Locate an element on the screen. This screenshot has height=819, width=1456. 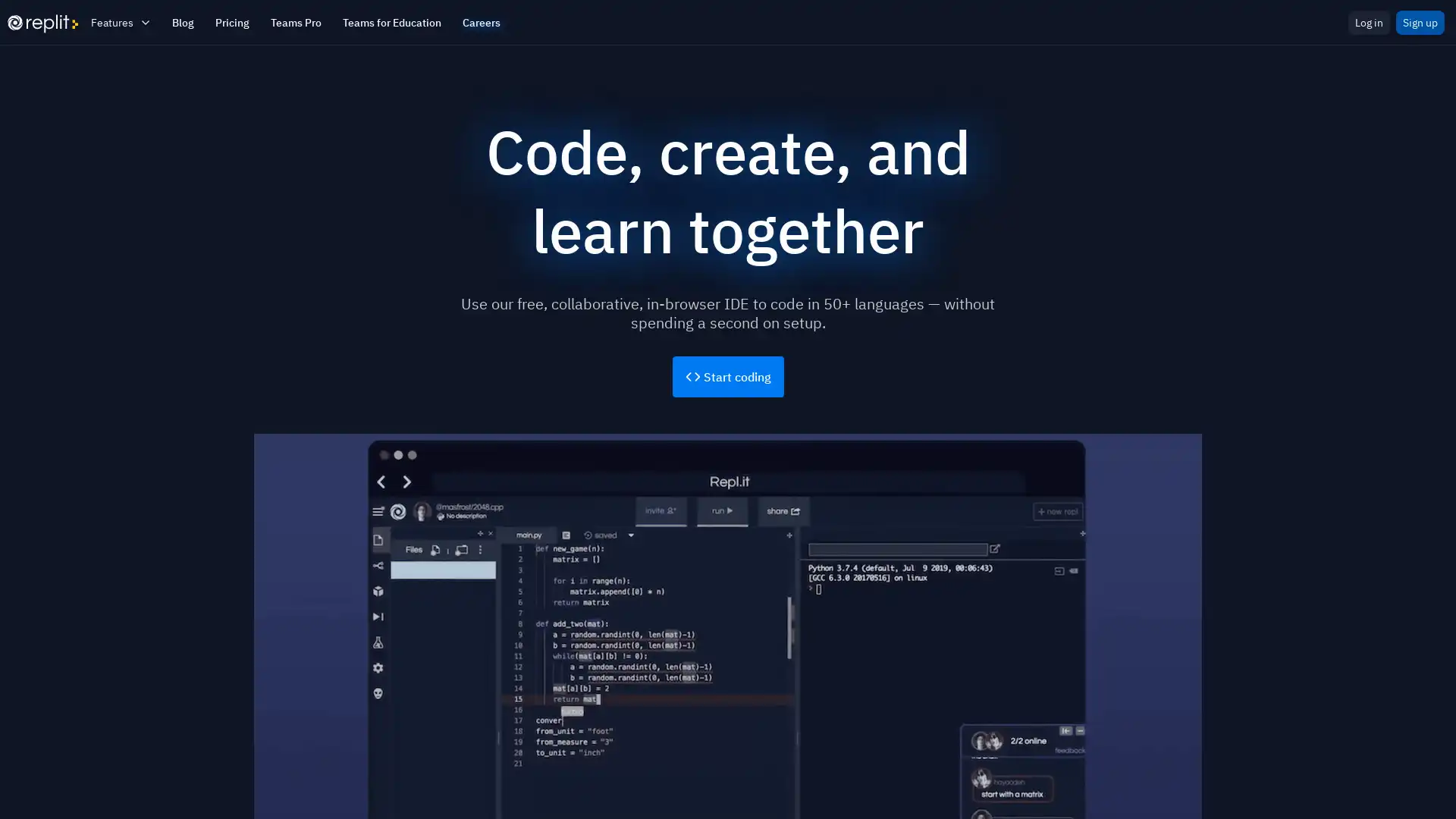
Features is located at coordinates (120, 23).